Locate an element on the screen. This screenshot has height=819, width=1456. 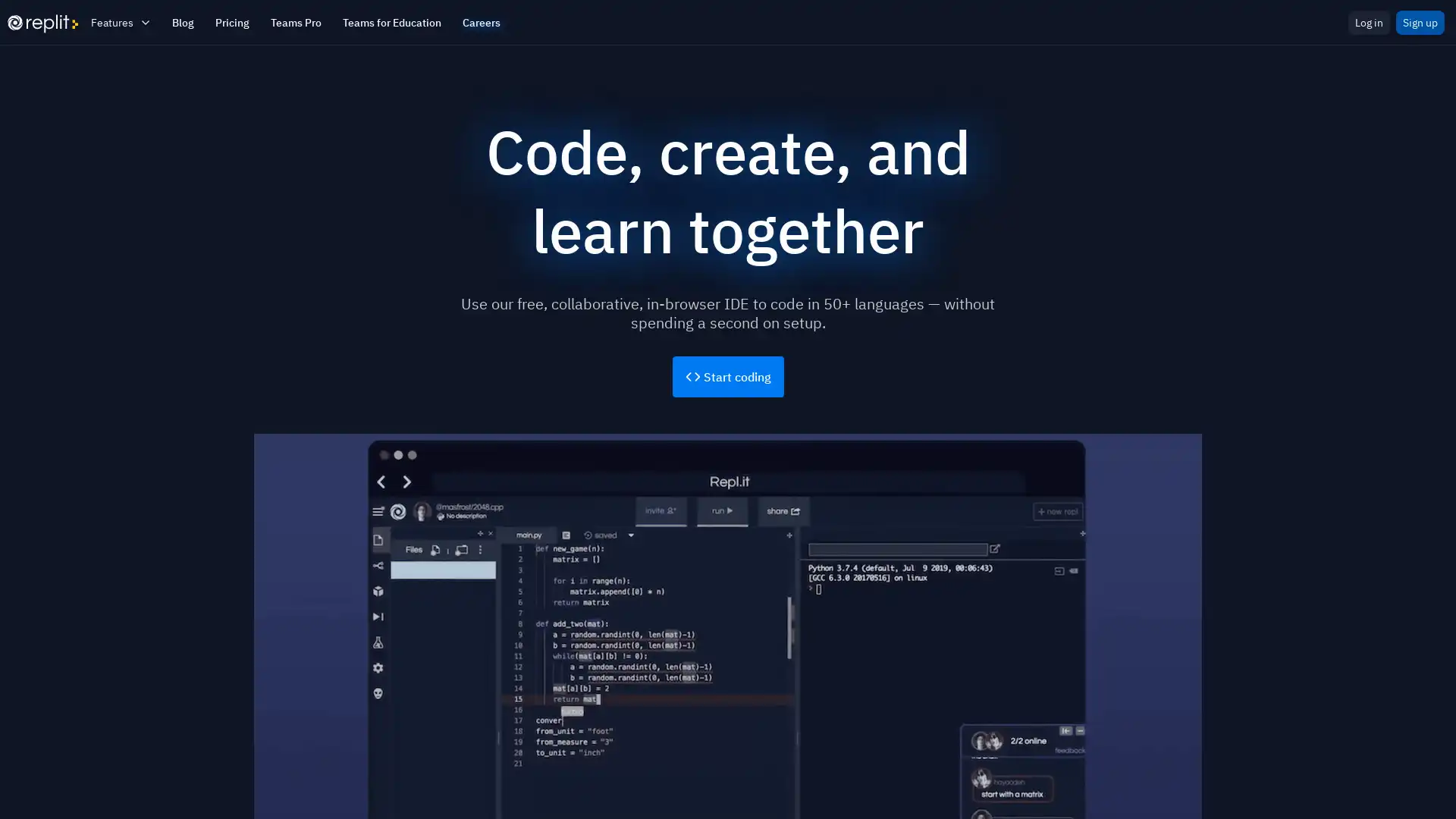
Features is located at coordinates (120, 23).